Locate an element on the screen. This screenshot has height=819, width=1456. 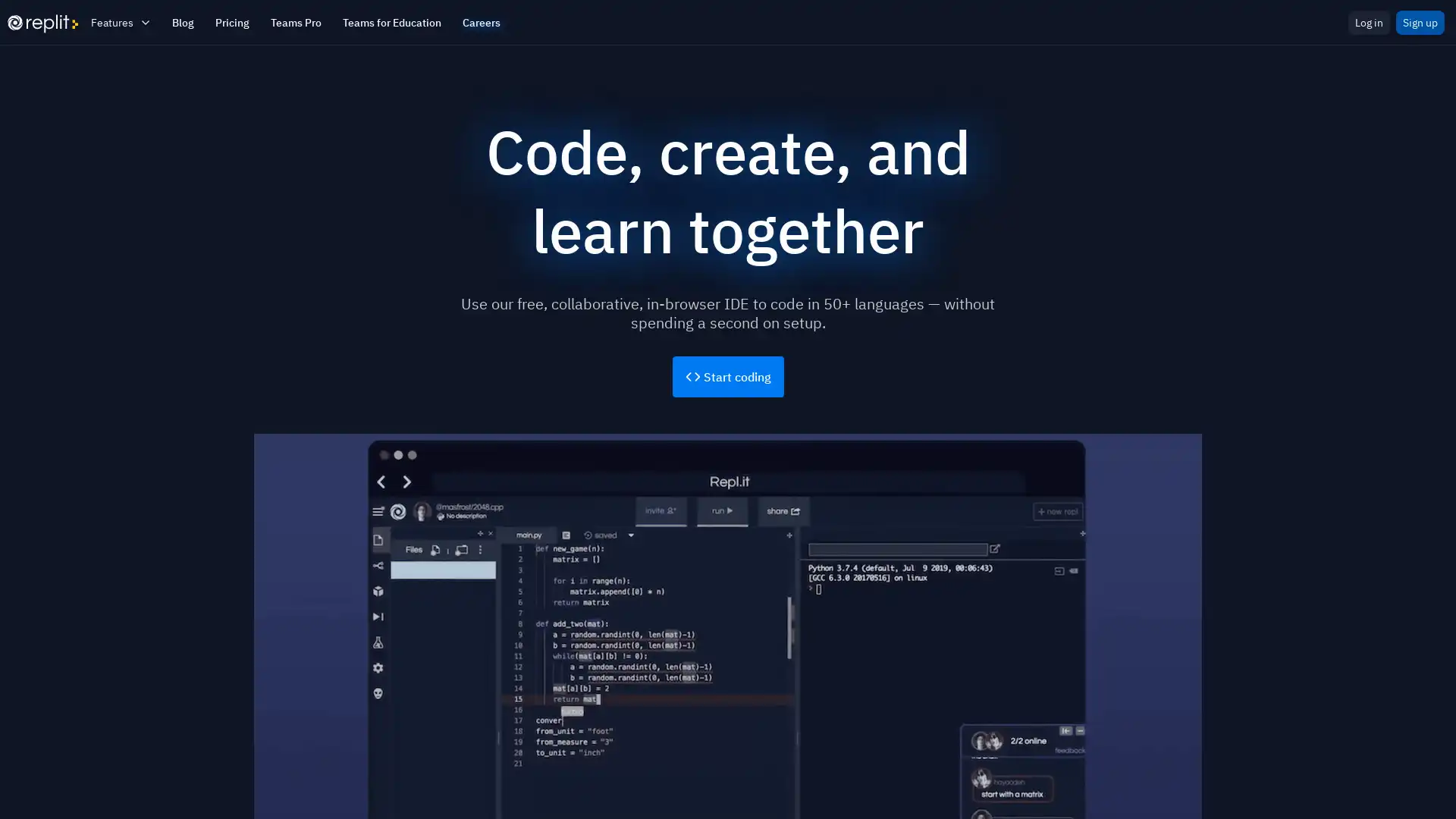
Features is located at coordinates (120, 23).